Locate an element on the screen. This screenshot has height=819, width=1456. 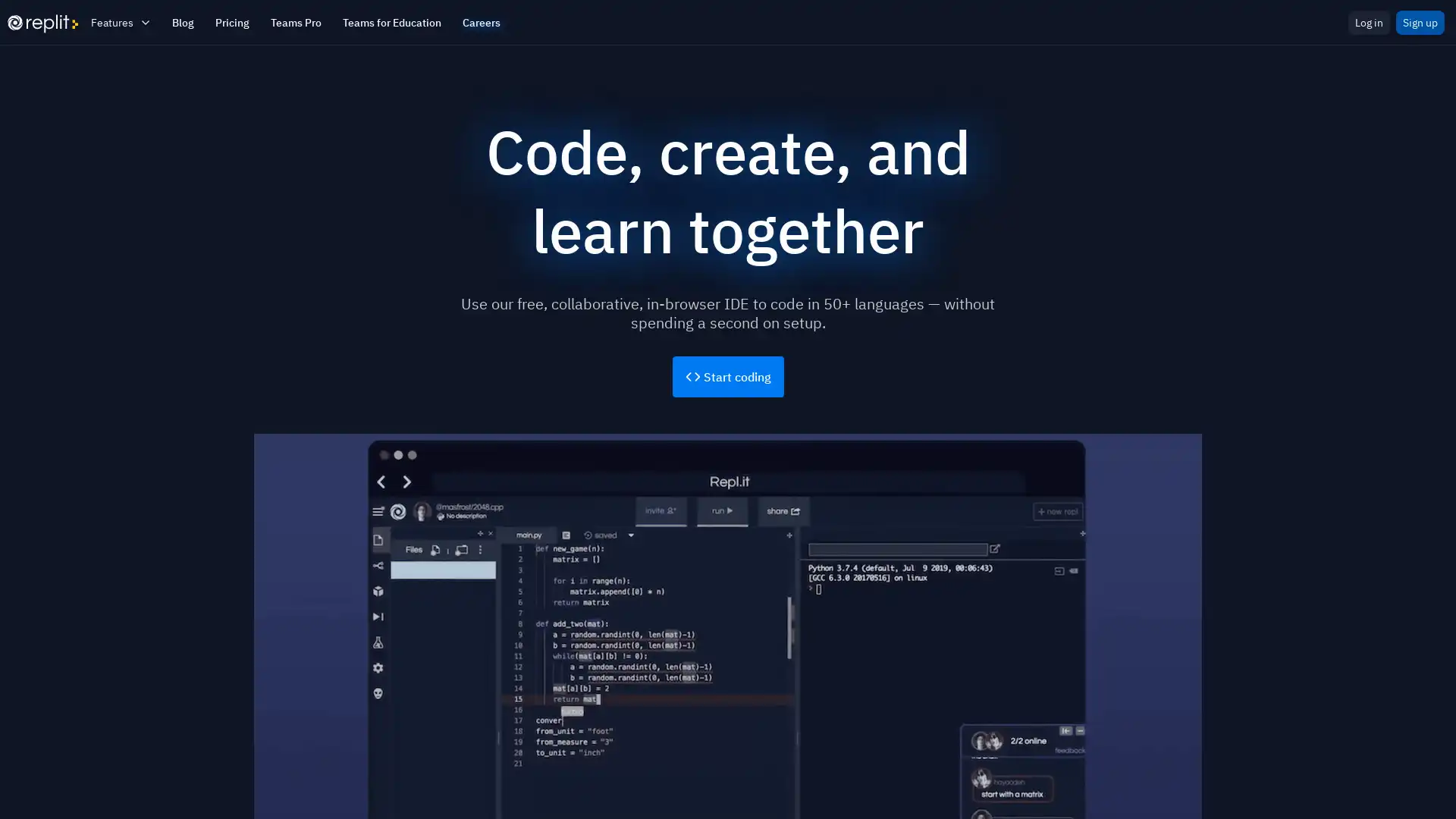
Features is located at coordinates (120, 23).